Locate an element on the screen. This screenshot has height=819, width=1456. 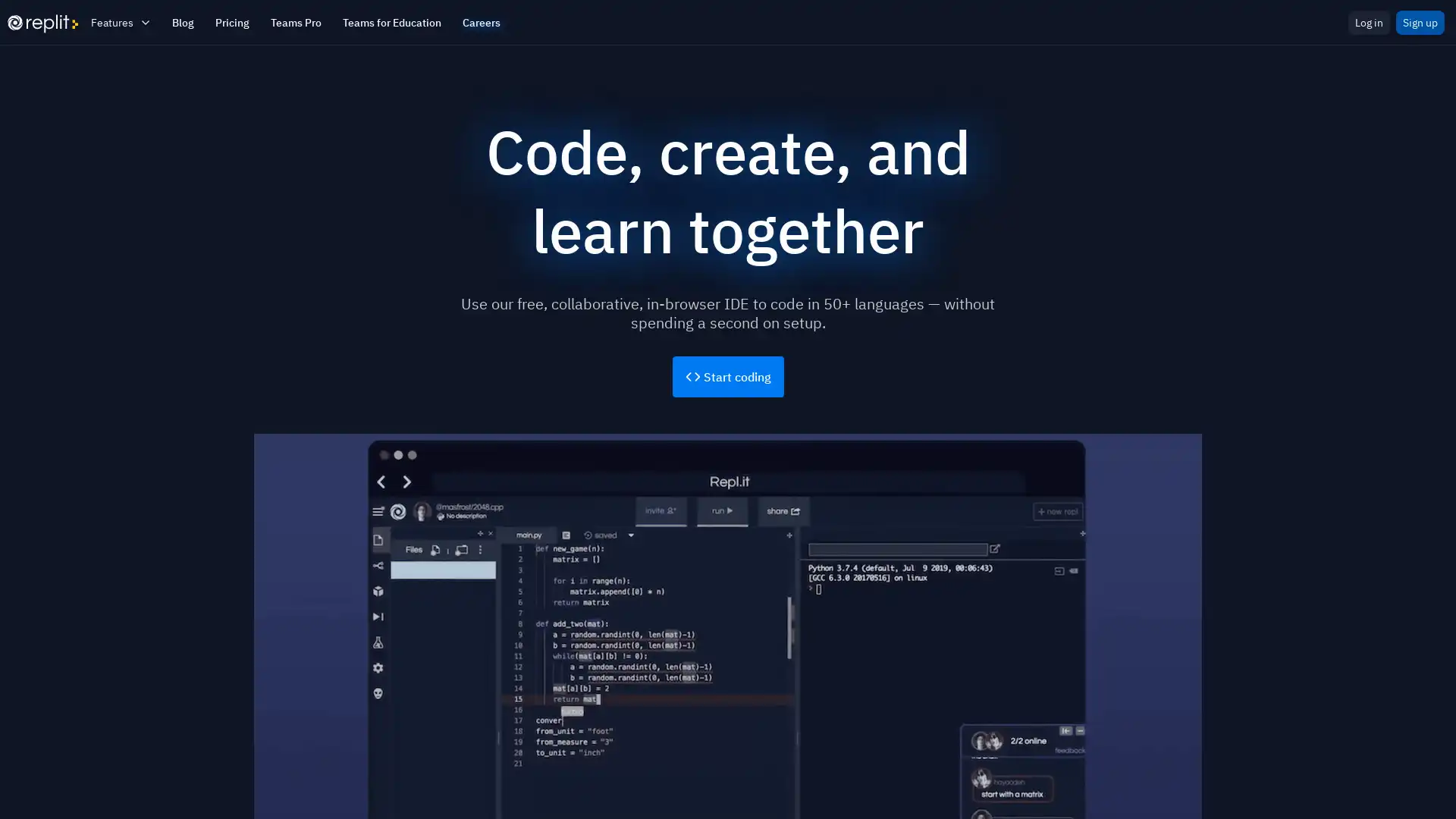
Features is located at coordinates (120, 23).